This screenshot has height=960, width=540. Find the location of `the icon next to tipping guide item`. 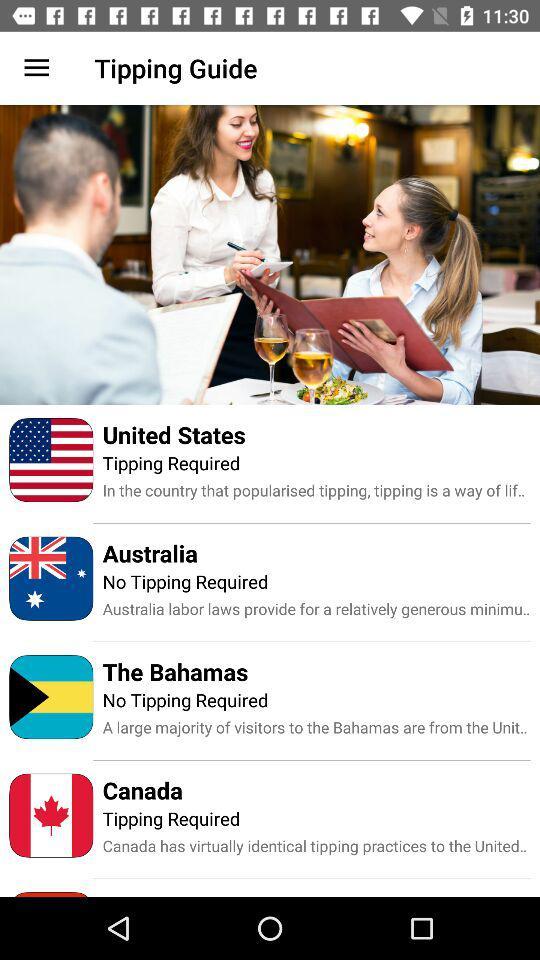

the icon next to tipping guide item is located at coordinates (36, 68).